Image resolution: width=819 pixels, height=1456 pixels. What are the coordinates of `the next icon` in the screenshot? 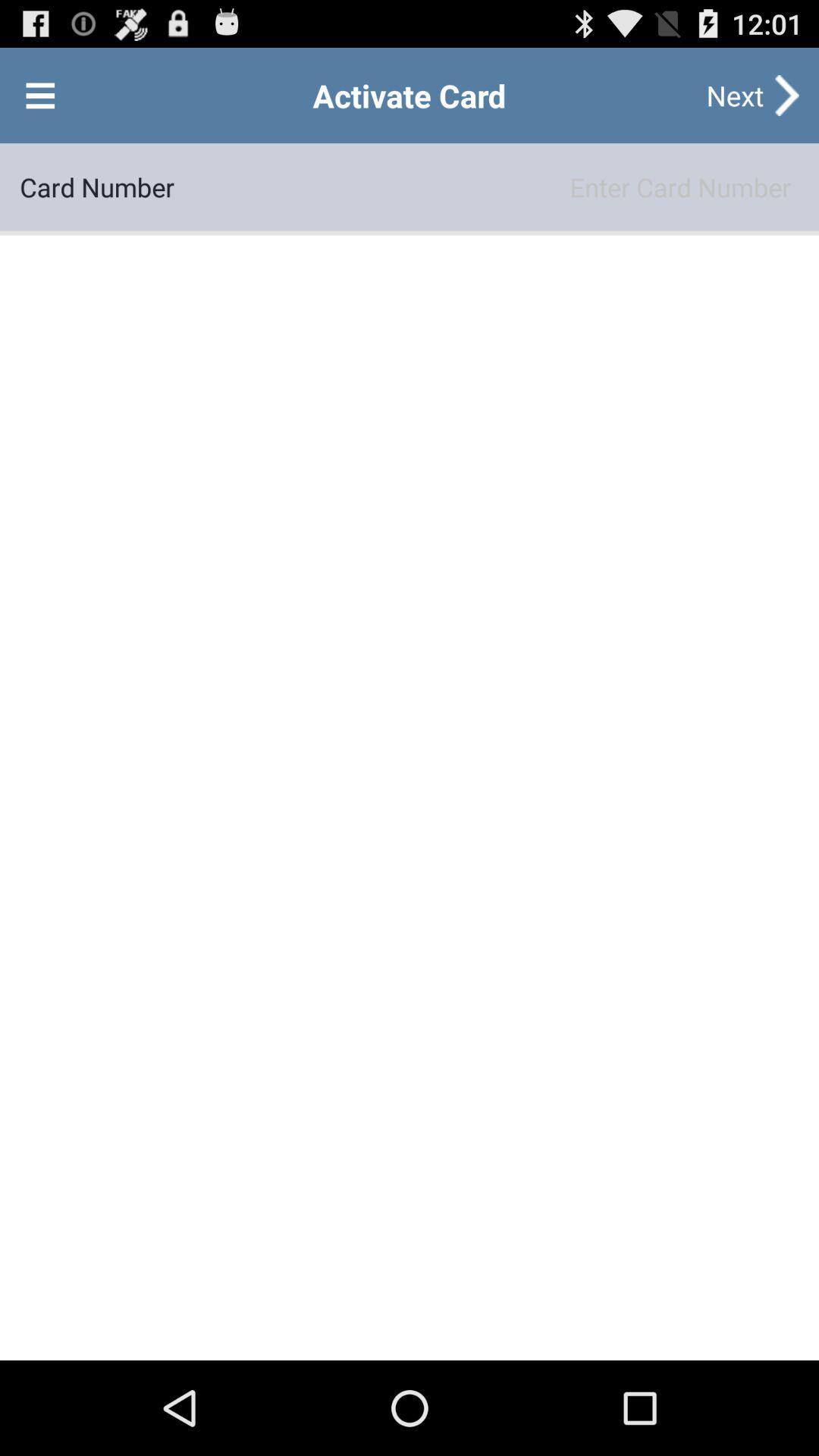 It's located at (734, 94).